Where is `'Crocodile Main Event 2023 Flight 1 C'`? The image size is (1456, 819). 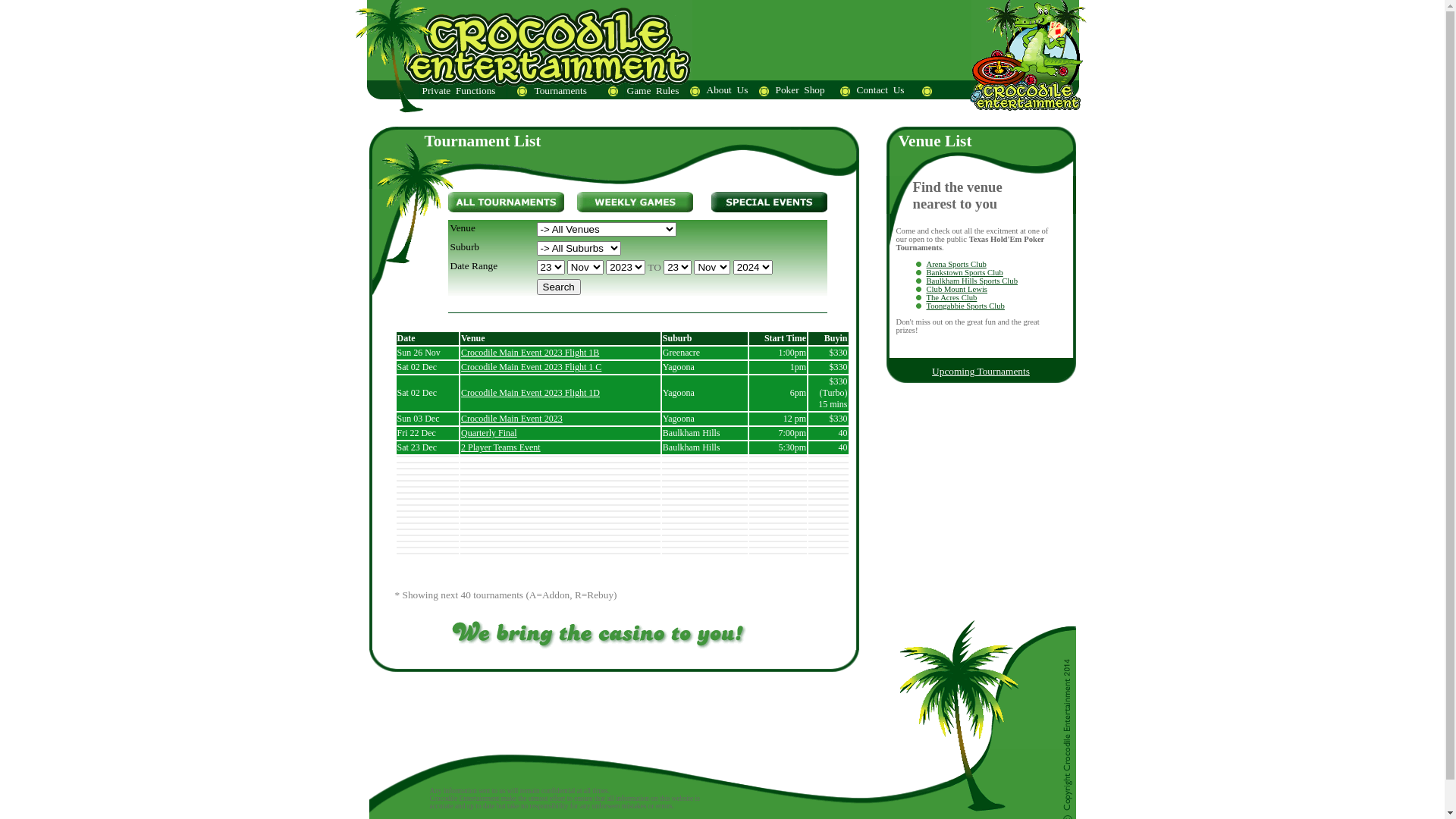 'Crocodile Main Event 2023 Flight 1 C' is located at coordinates (460, 366).